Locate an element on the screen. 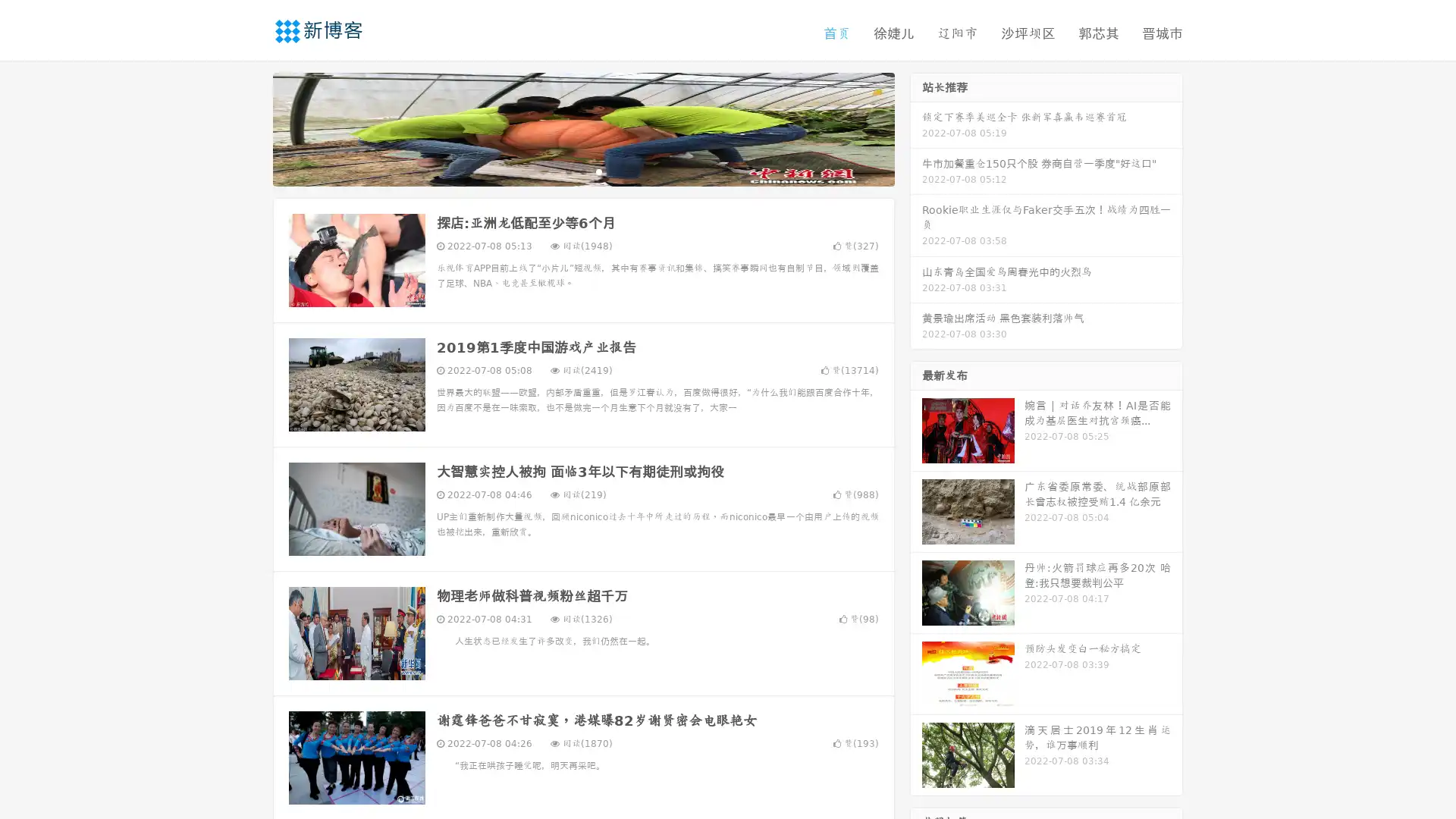 Image resolution: width=1456 pixels, height=819 pixels. Go to slide 1 is located at coordinates (567, 171).